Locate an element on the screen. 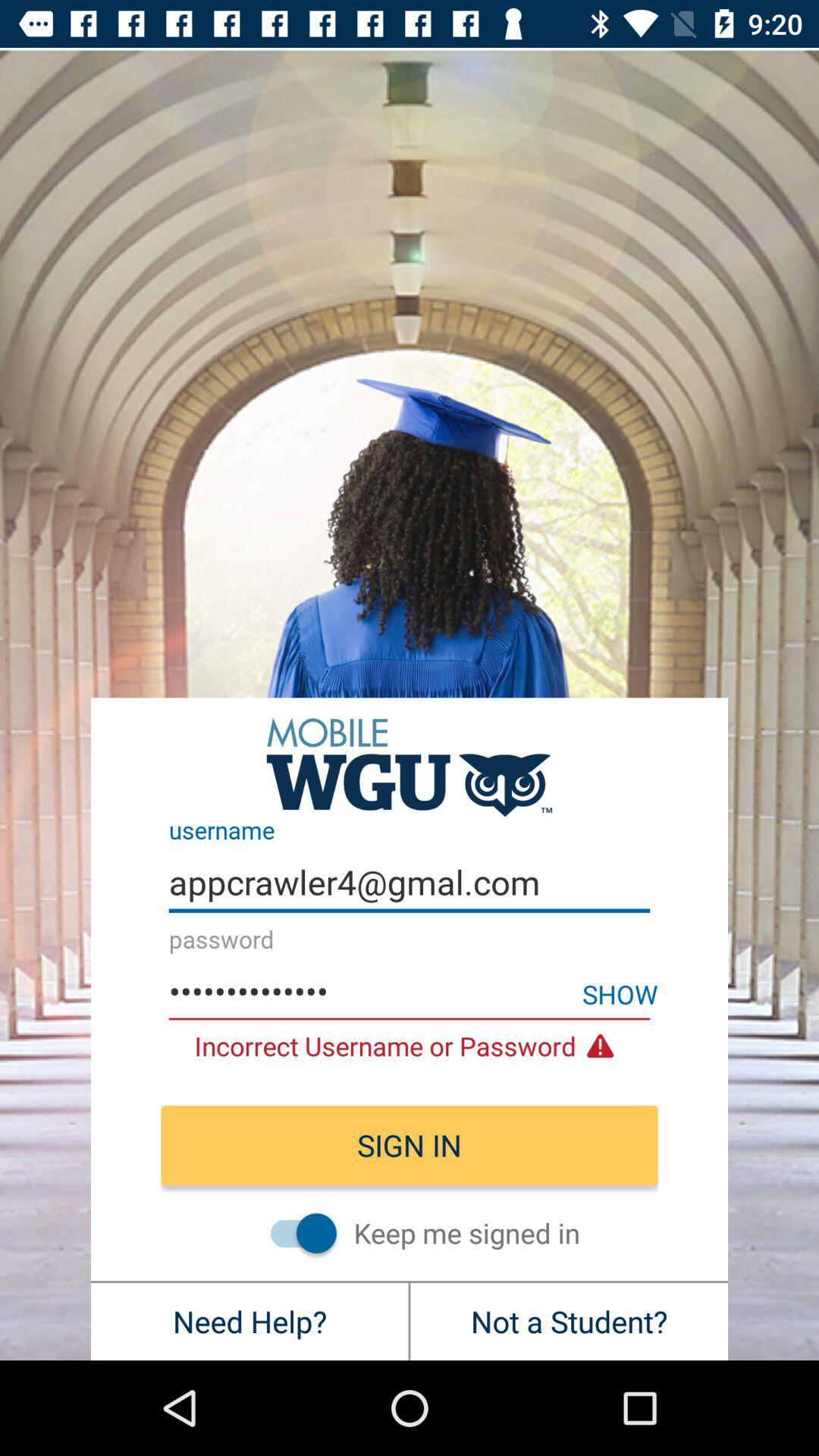 Image resolution: width=819 pixels, height=1456 pixels. the need help? at the bottom left corner is located at coordinates (249, 1320).